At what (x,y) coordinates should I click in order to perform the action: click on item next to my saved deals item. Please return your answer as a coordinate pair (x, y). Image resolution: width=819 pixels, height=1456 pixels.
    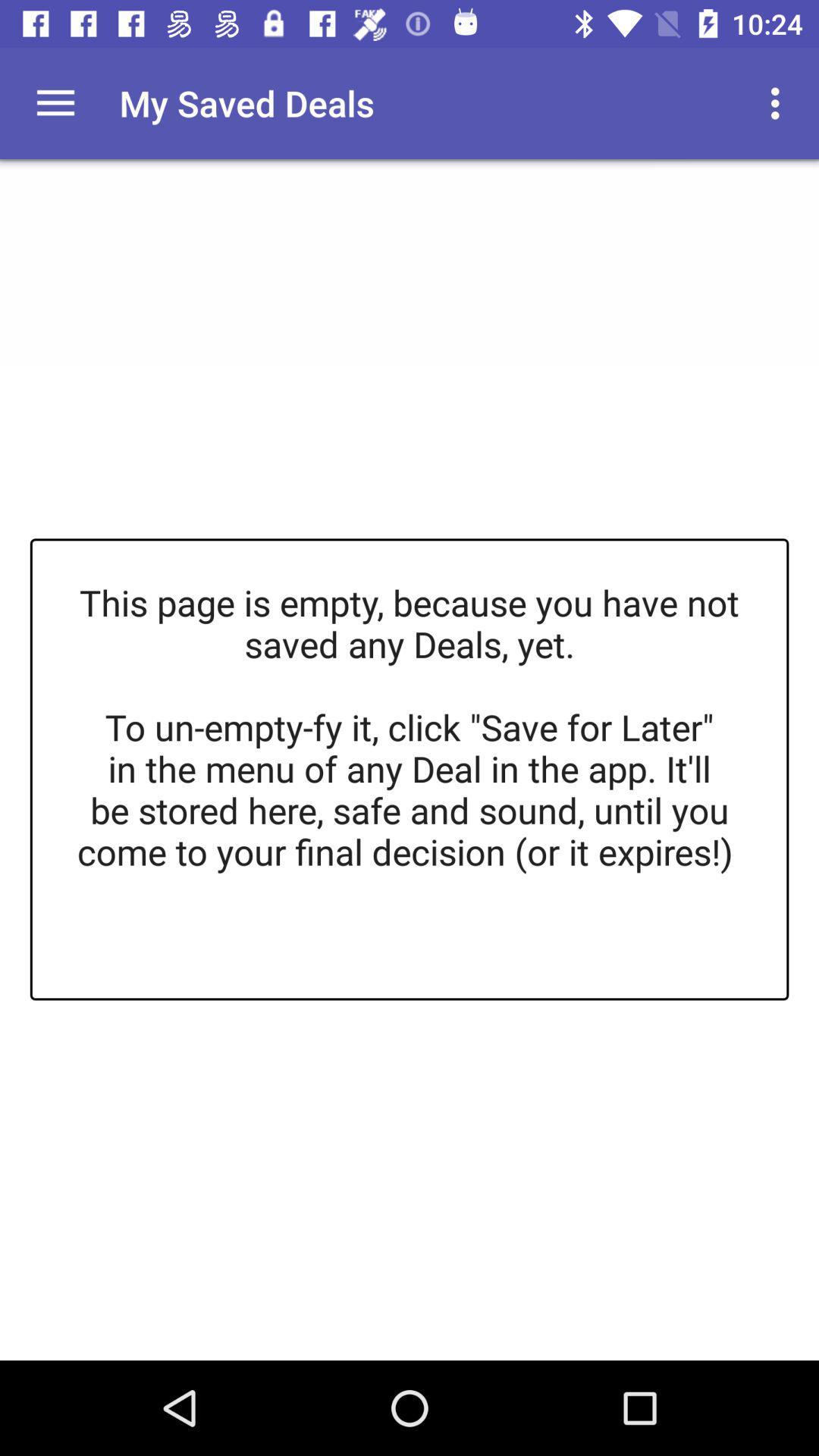
    Looking at the image, I should click on (779, 102).